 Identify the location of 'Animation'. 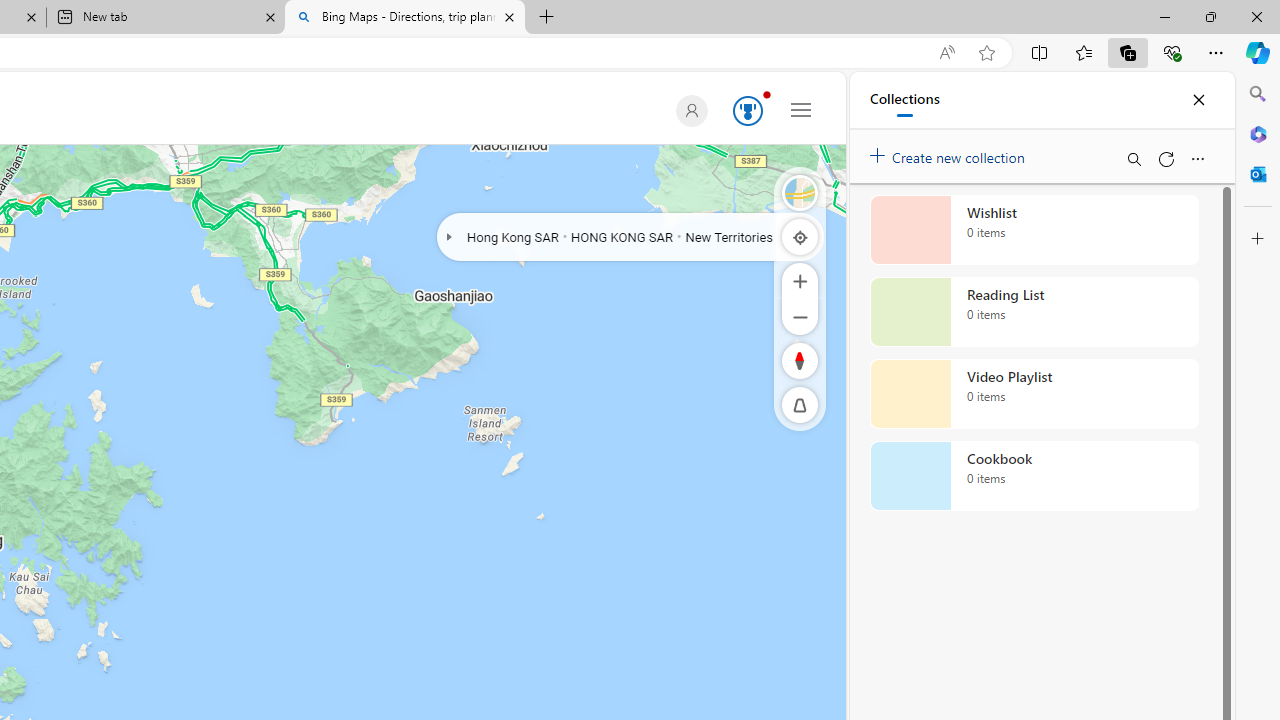
(765, 95).